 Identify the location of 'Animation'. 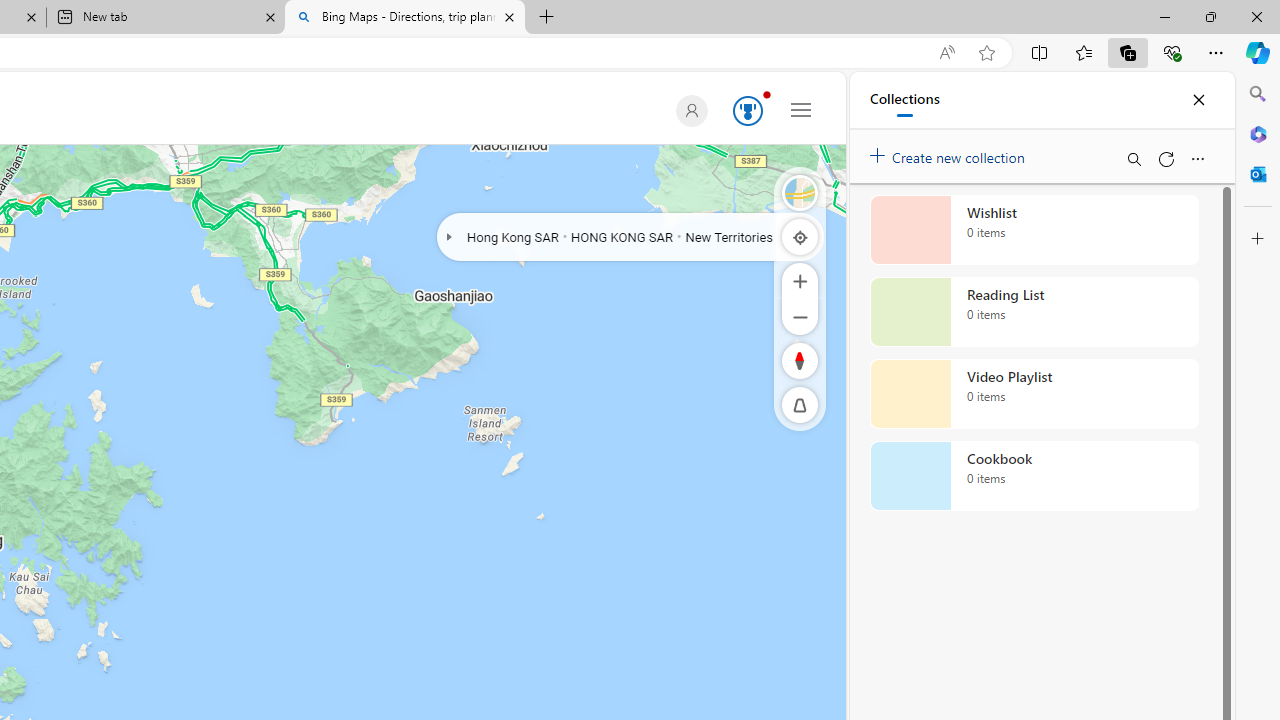
(765, 95).